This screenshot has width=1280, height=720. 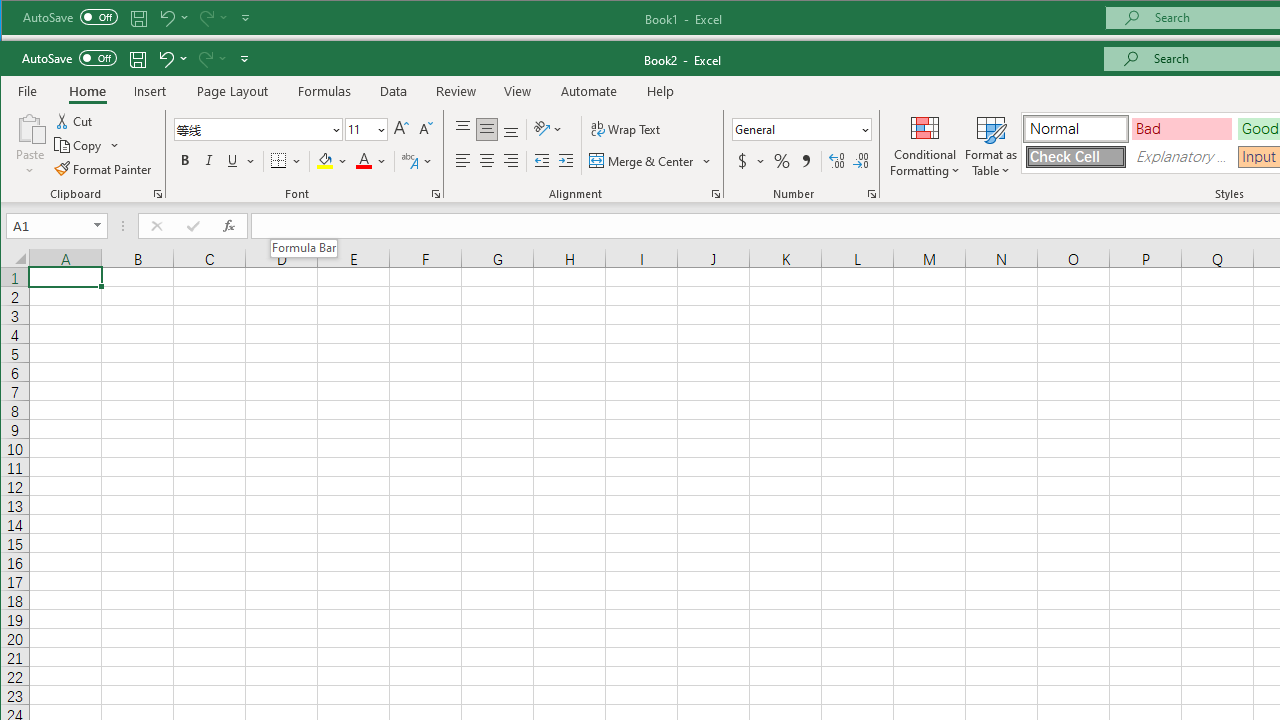 I want to click on 'Paste', so click(x=30, y=144).